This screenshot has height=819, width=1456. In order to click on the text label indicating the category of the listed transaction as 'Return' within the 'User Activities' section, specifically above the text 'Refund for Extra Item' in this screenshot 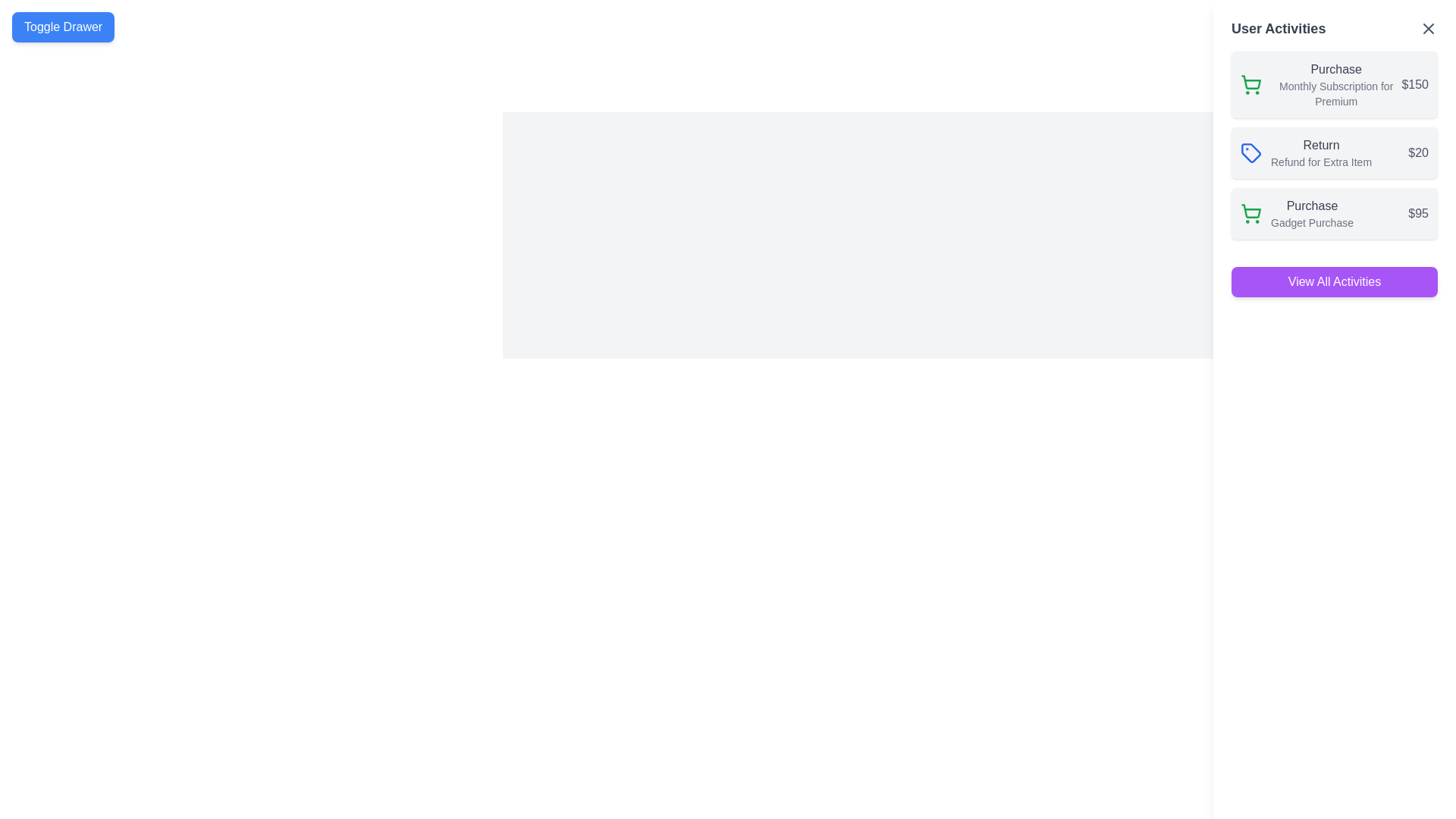, I will do `click(1320, 146)`.